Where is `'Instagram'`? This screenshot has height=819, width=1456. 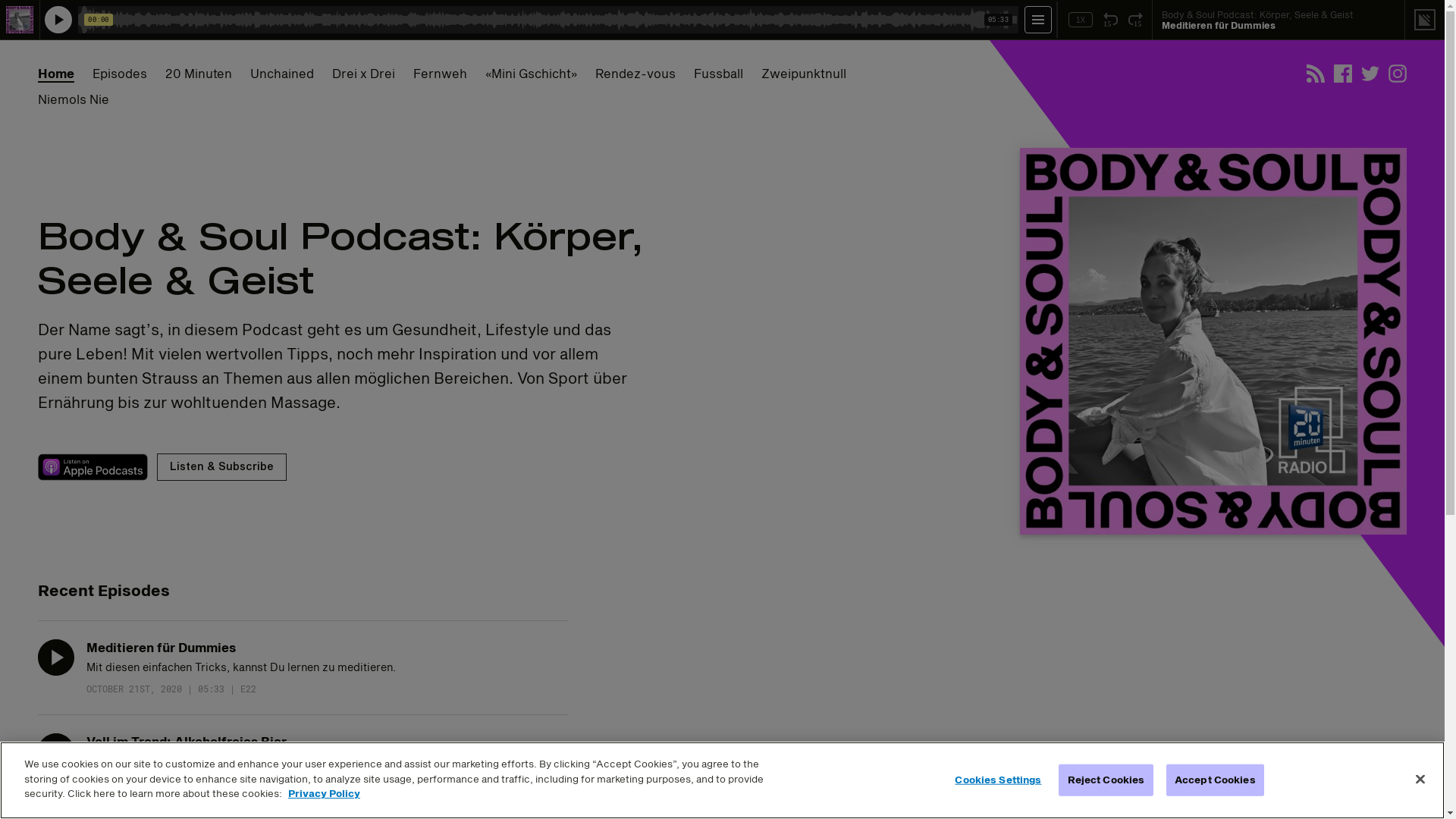 'Instagram' is located at coordinates (1397, 73).